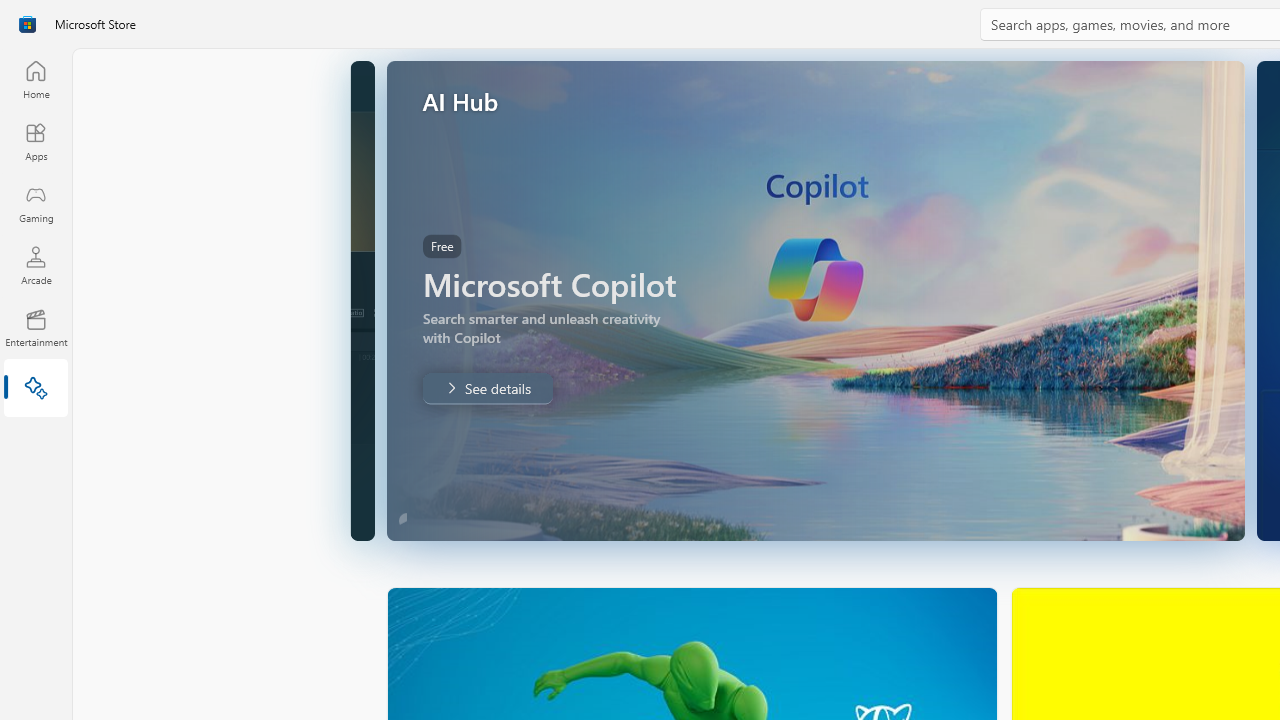 Image resolution: width=1280 pixels, height=720 pixels. Describe the element at coordinates (35, 264) in the screenshot. I see `'Arcade'` at that location.